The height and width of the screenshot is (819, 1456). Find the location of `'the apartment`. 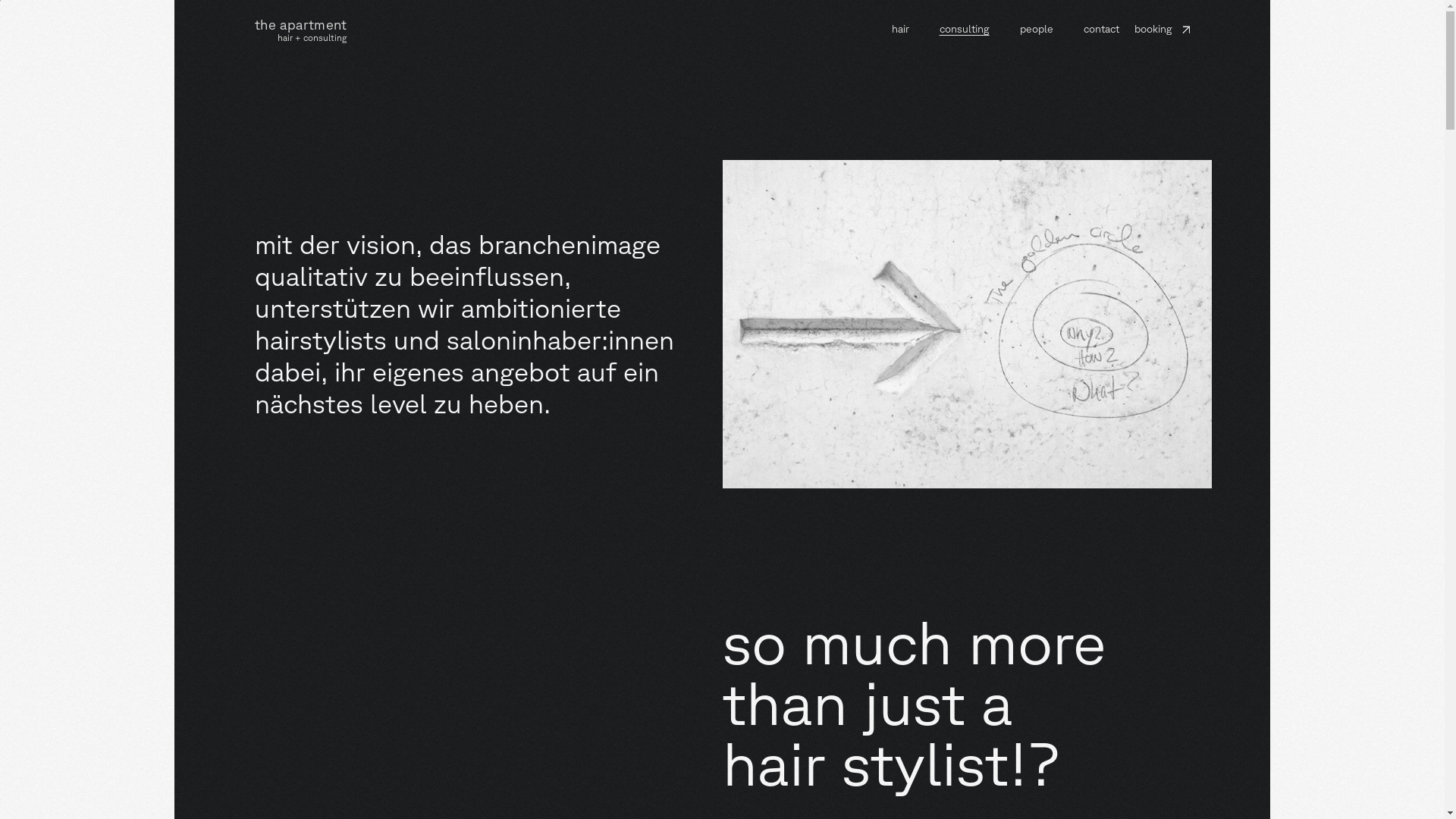

'the apartment is located at coordinates (255, 29).